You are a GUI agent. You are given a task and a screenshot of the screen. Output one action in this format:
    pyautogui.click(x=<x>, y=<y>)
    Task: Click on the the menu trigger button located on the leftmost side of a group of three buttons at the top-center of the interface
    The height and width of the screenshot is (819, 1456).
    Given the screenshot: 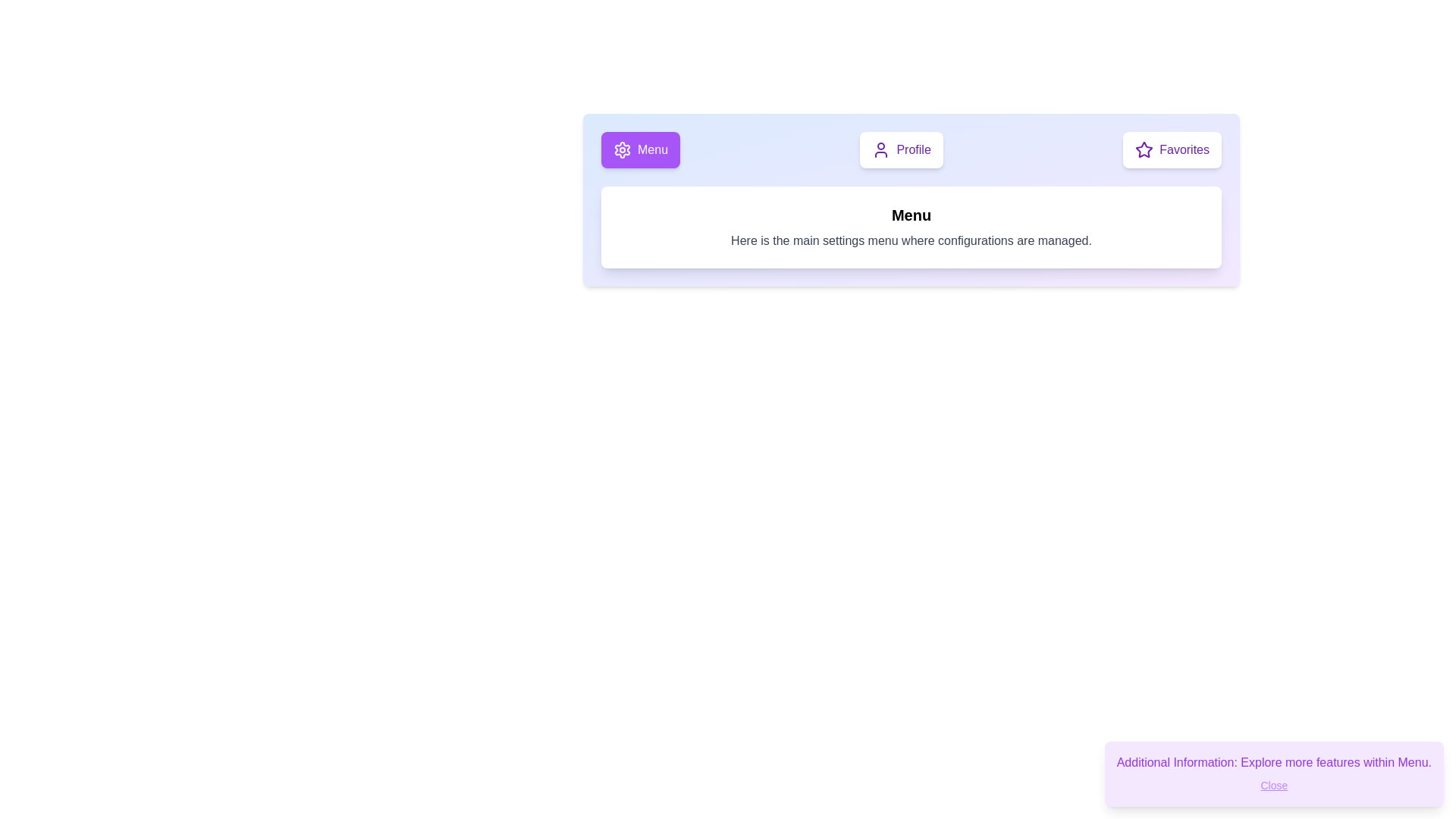 What is the action you would take?
    pyautogui.click(x=640, y=149)
    